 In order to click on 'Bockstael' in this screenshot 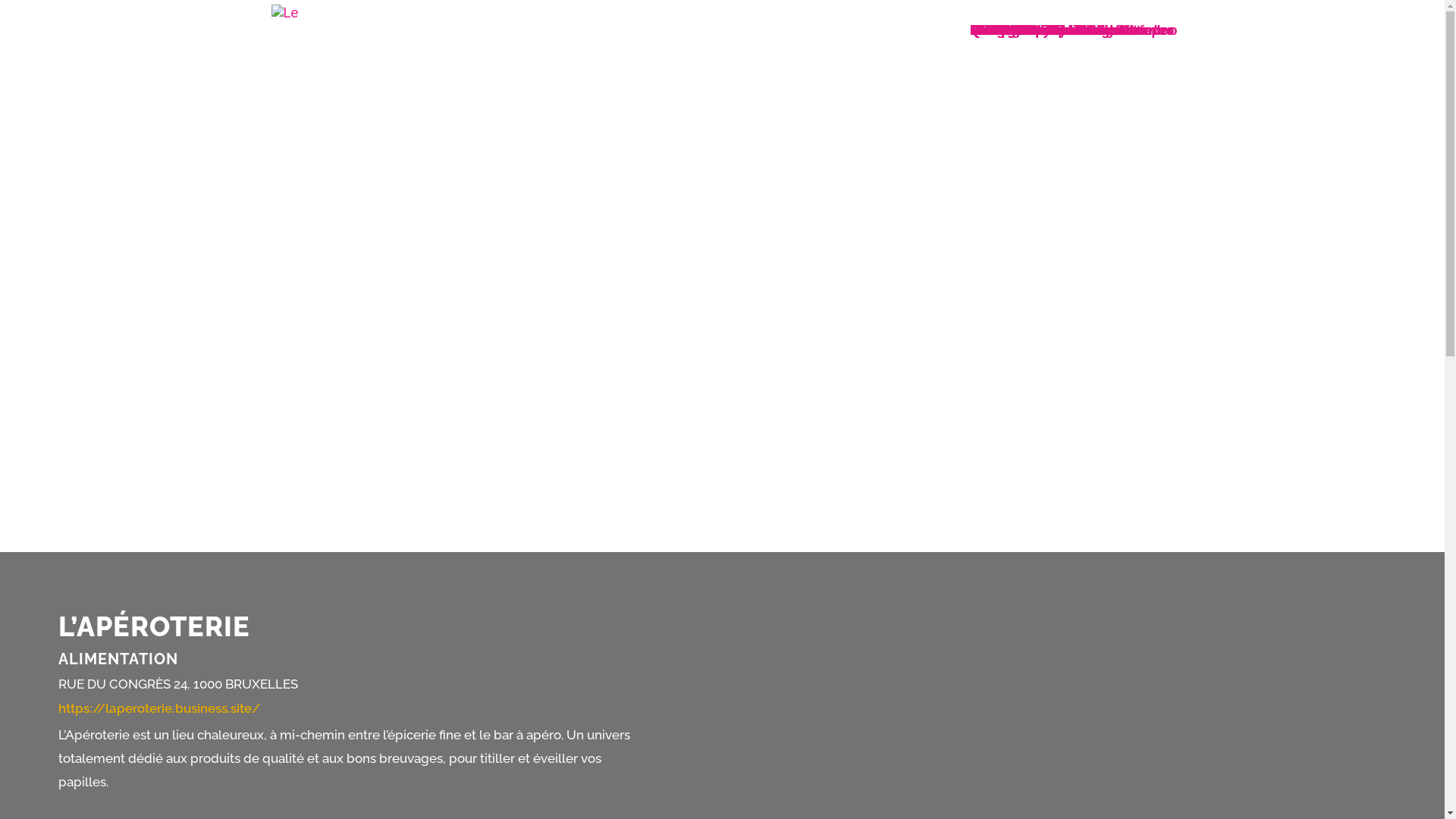, I will do `click(1002, 30)`.